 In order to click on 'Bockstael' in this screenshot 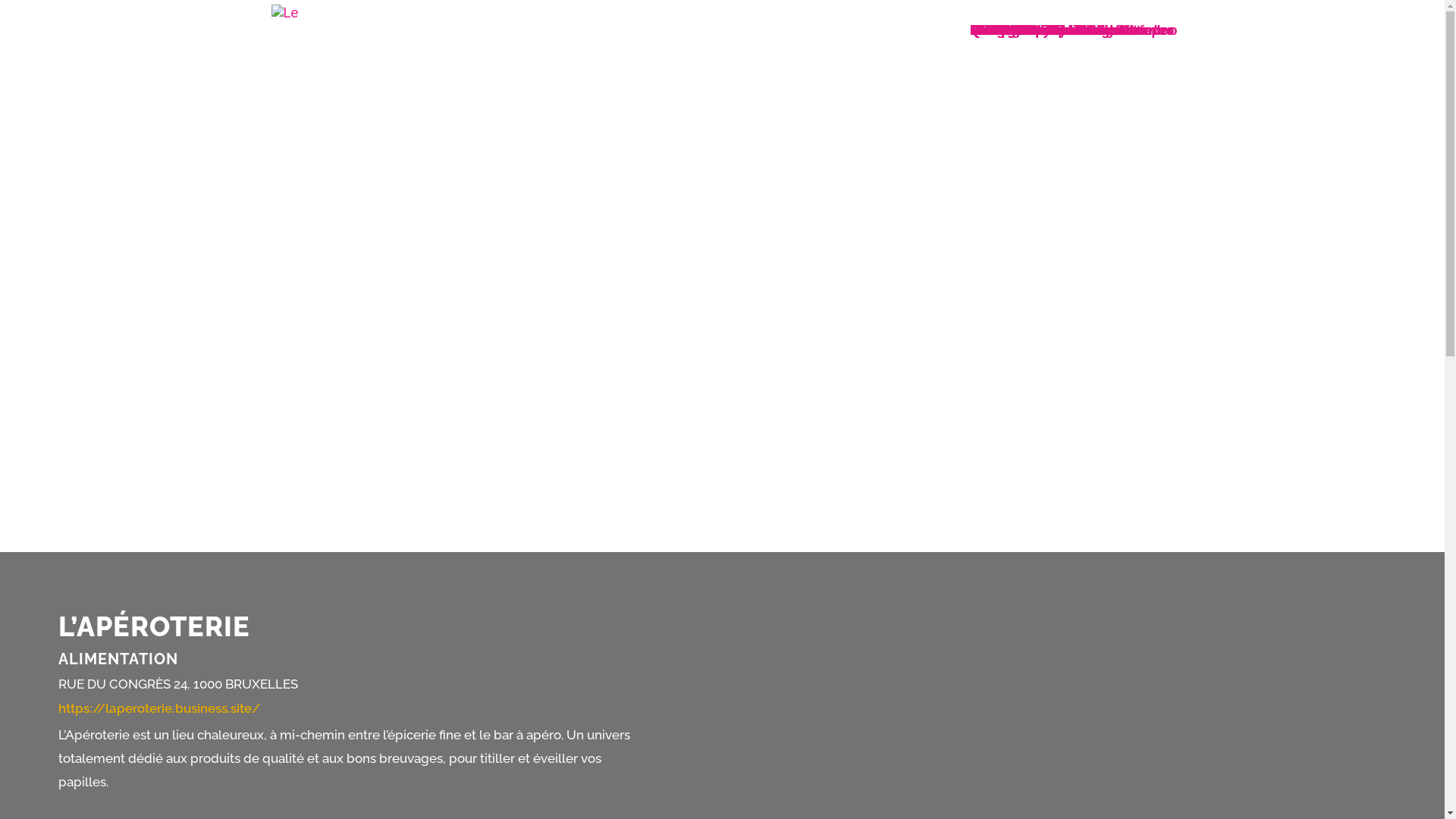, I will do `click(1002, 30)`.